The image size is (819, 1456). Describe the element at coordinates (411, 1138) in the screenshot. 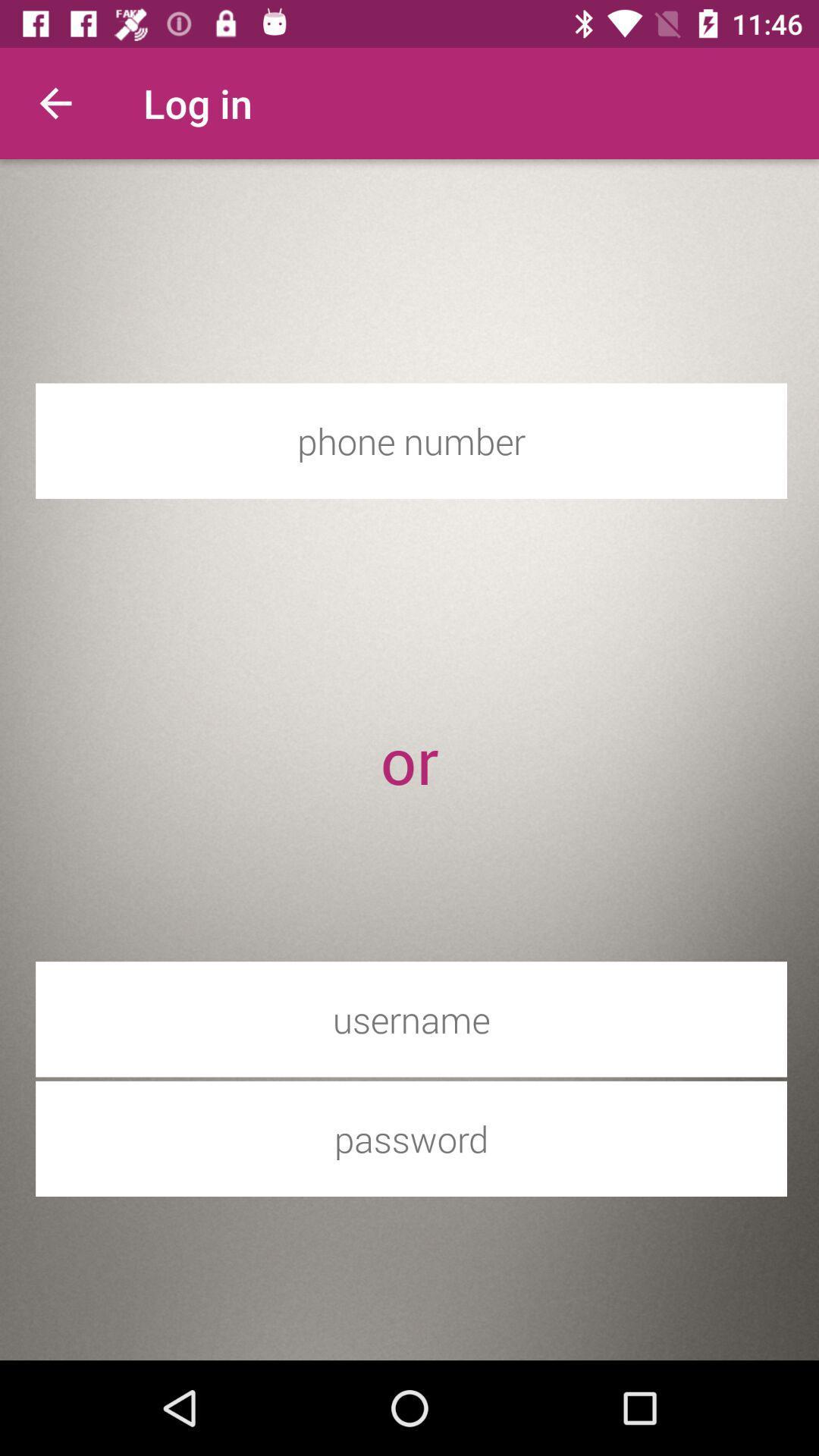

I see `password` at that location.